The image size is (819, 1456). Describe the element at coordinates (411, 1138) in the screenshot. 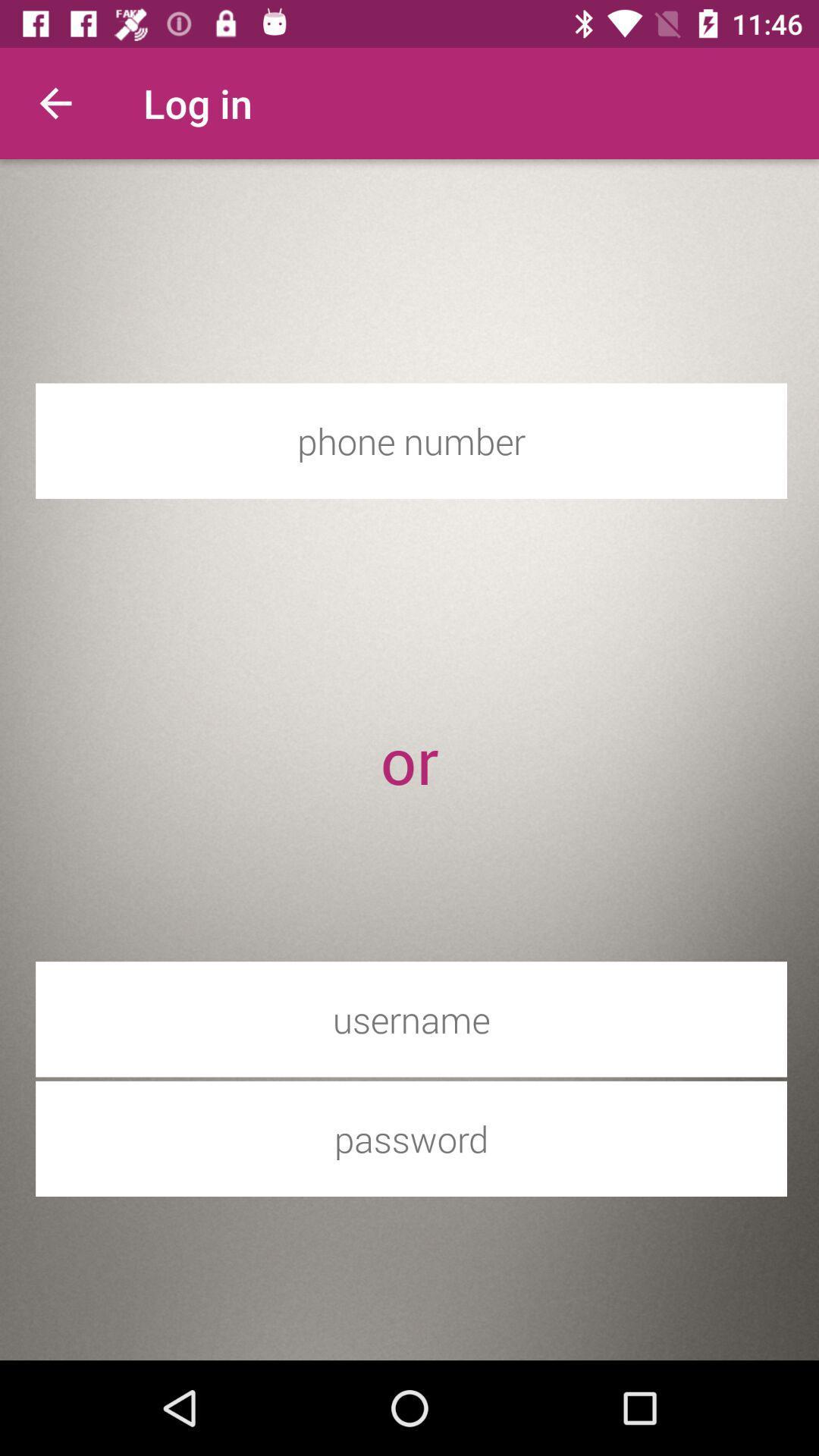

I see `password` at that location.